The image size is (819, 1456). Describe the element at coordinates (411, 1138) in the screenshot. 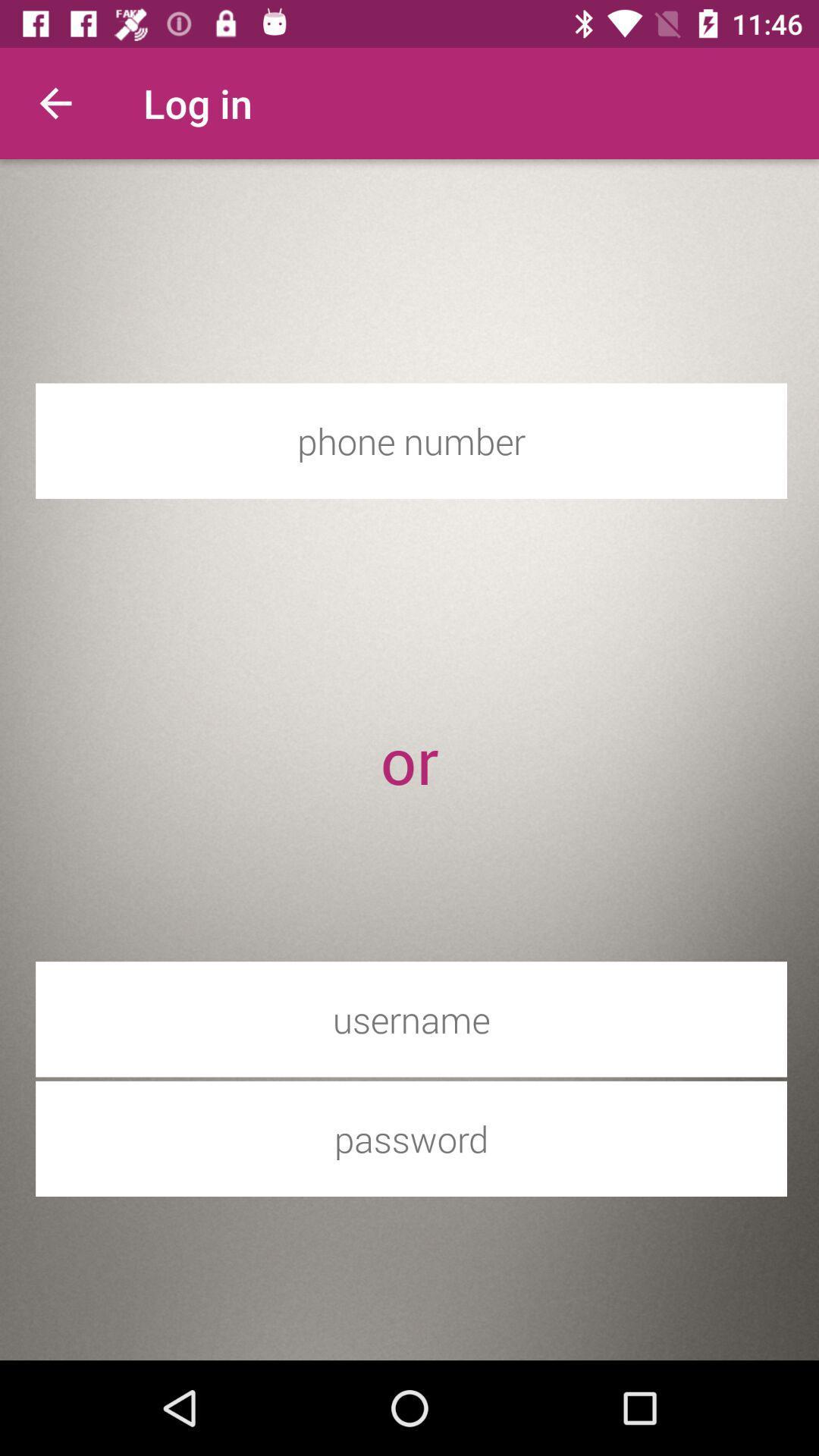

I see `password` at that location.